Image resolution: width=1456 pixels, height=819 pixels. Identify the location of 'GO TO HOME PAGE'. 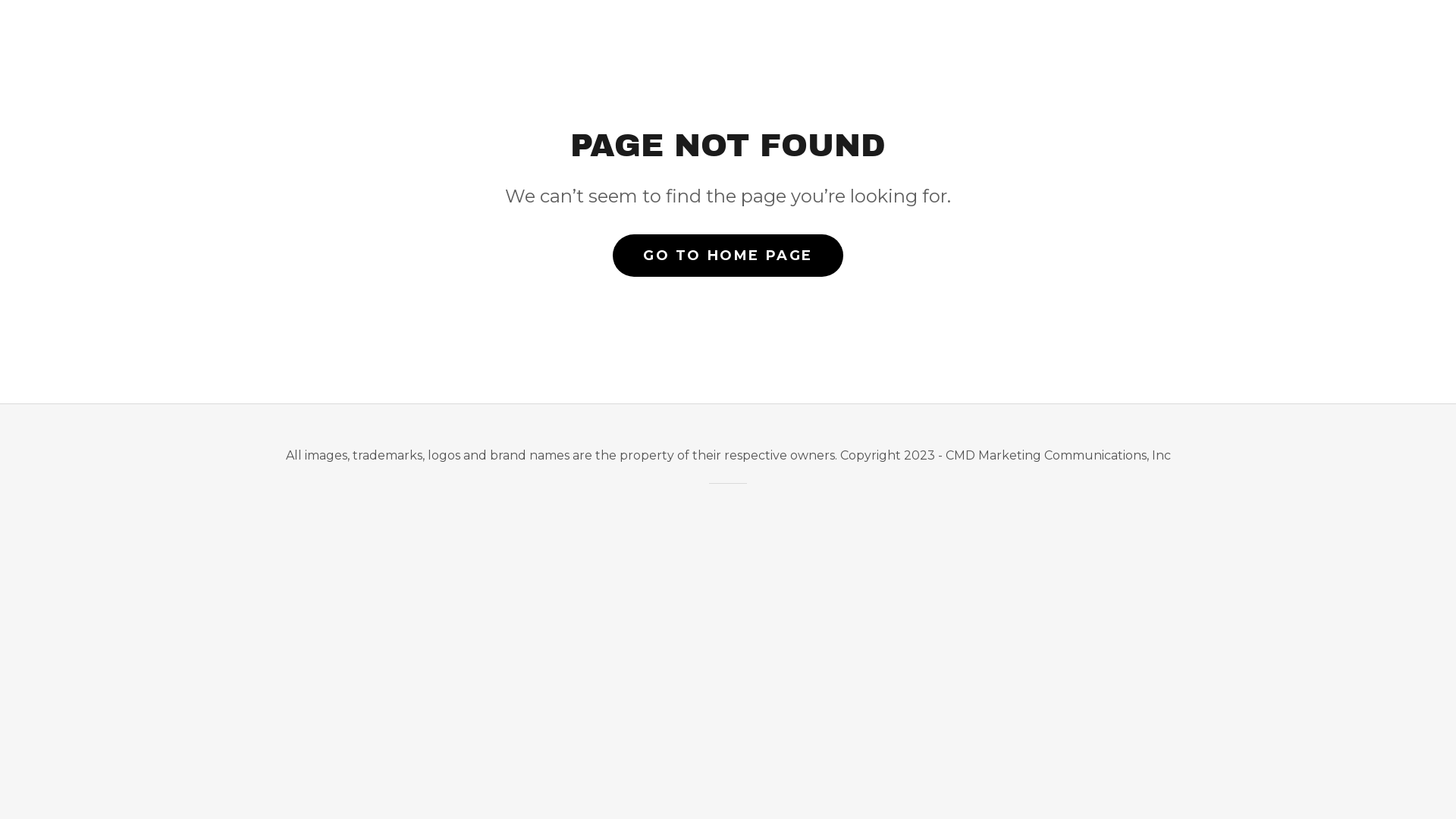
(728, 254).